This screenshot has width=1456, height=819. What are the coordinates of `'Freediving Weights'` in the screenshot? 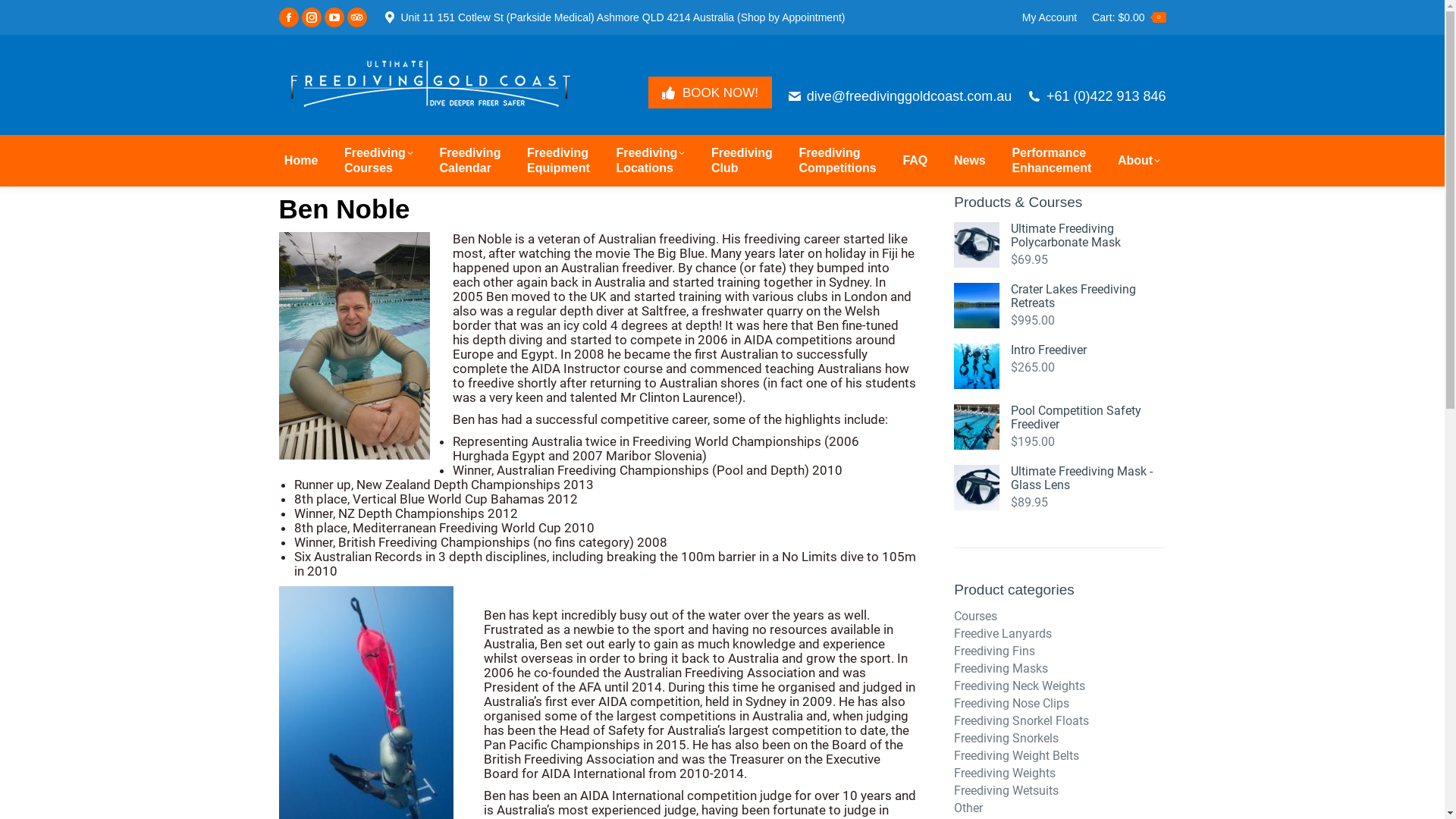 It's located at (1004, 773).